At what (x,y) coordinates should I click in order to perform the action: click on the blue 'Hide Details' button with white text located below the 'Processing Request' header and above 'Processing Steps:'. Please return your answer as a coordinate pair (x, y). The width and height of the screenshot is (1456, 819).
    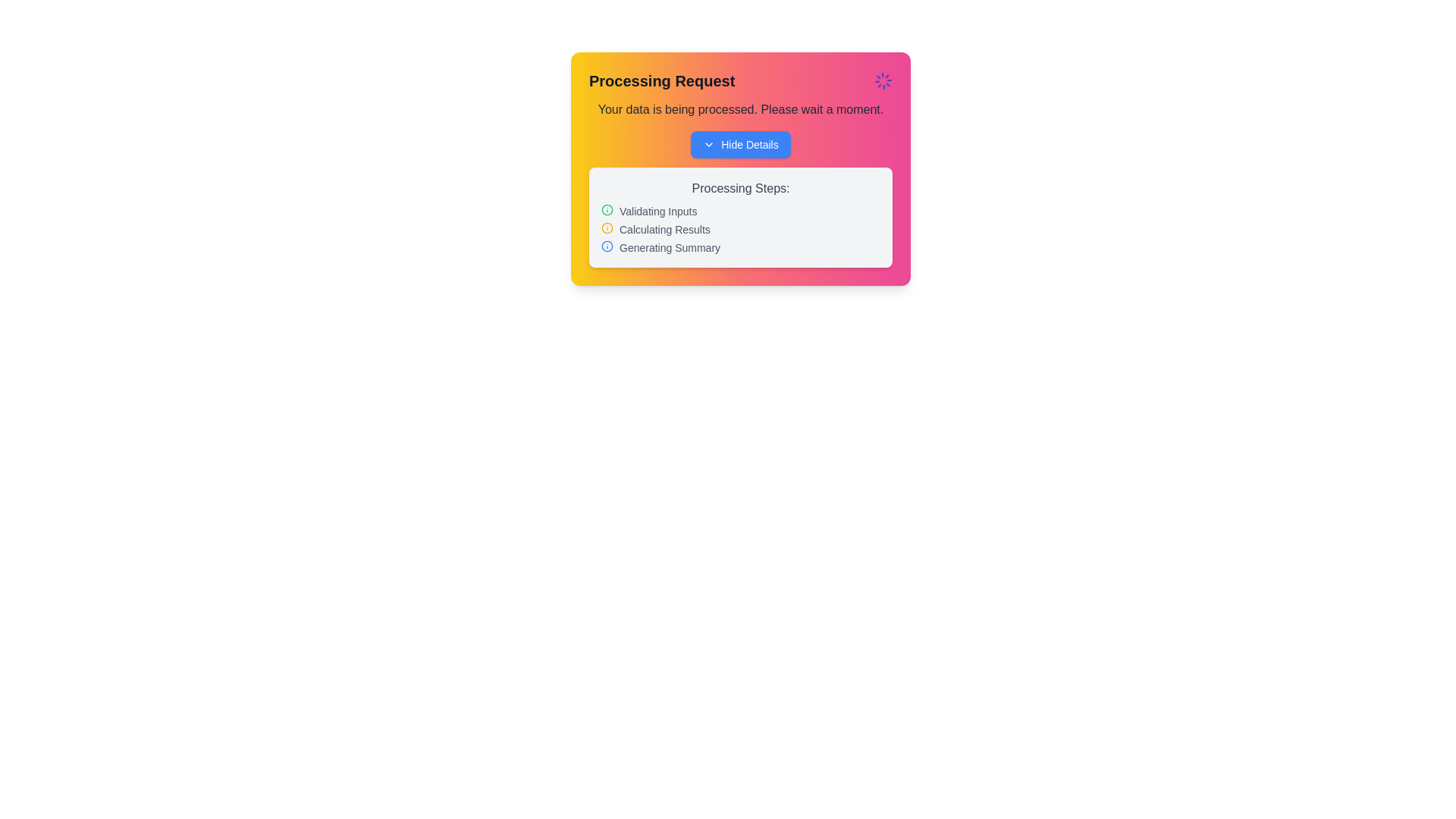
    Looking at the image, I should click on (740, 145).